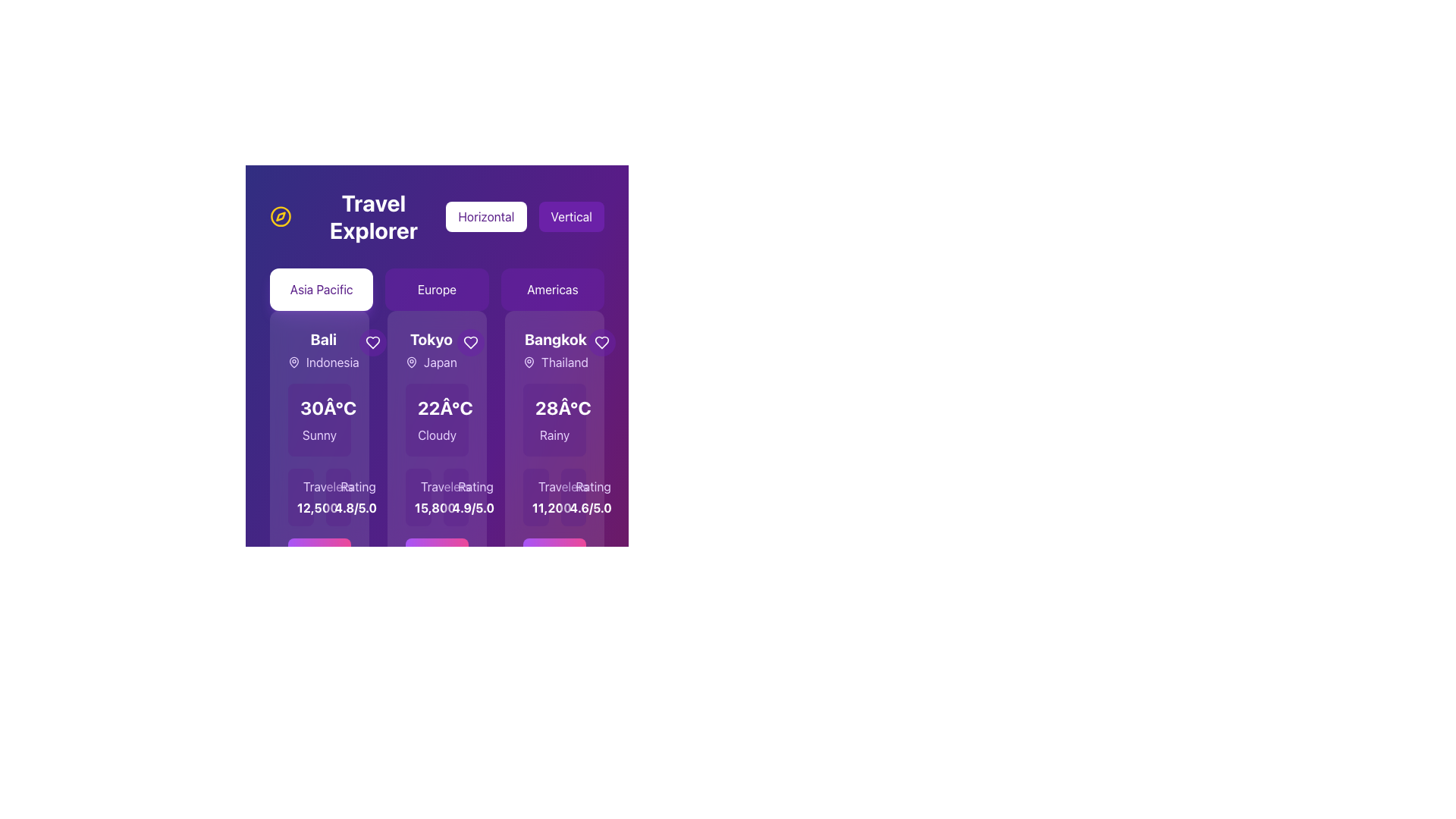 This screenshot has height=819, width=1456. I want to click on the favoriting button located in the upper-right section of the 'Tokyo' city card within the 'Travel Explorer' interface for keyboard interaction, so click(469, 342).